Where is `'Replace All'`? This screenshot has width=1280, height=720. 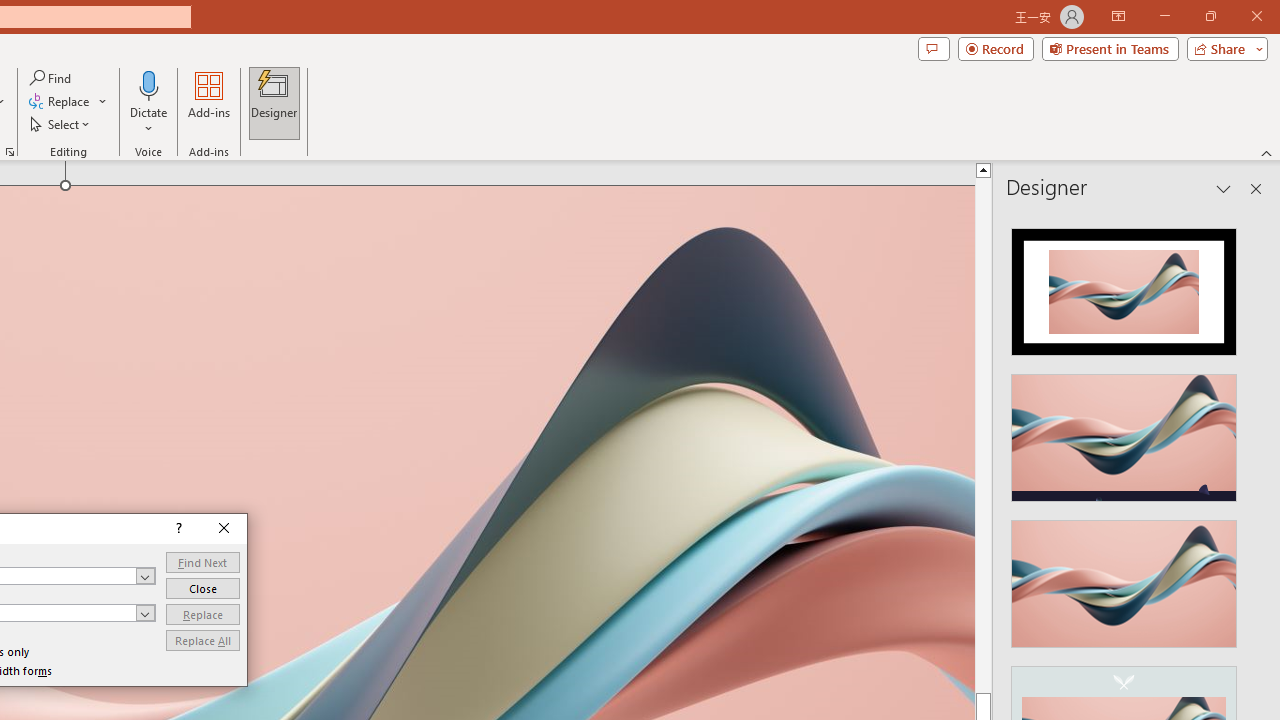
'Replace All' is located at coordinates (202, 640).